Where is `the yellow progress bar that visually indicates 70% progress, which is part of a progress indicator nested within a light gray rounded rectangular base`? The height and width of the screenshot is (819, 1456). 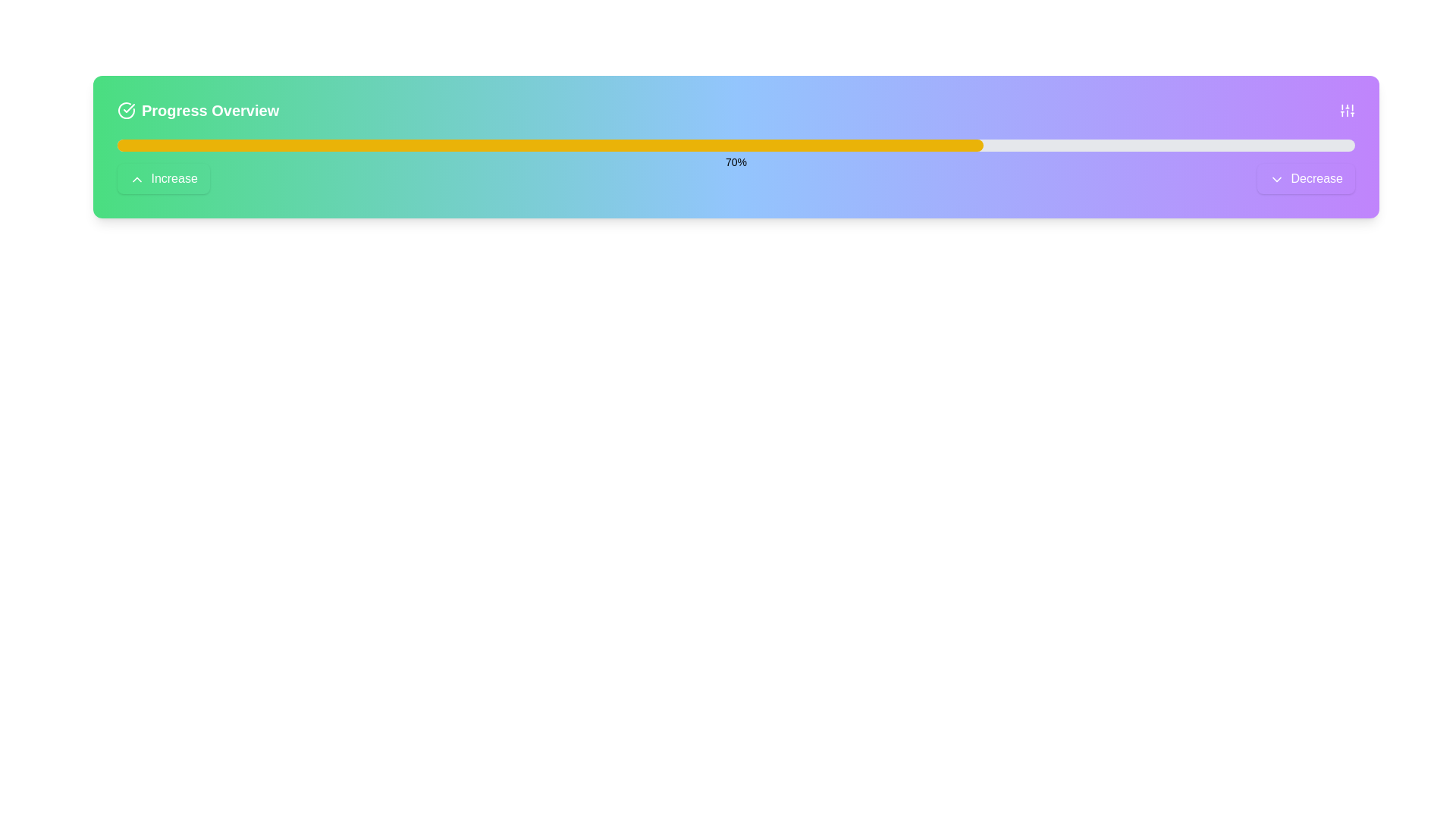
the yellow progress bar that visually indicates 70% progress, which is part of a progress indicator nested within a light gray rounded rectangular base is located at coordinates (550, 146).